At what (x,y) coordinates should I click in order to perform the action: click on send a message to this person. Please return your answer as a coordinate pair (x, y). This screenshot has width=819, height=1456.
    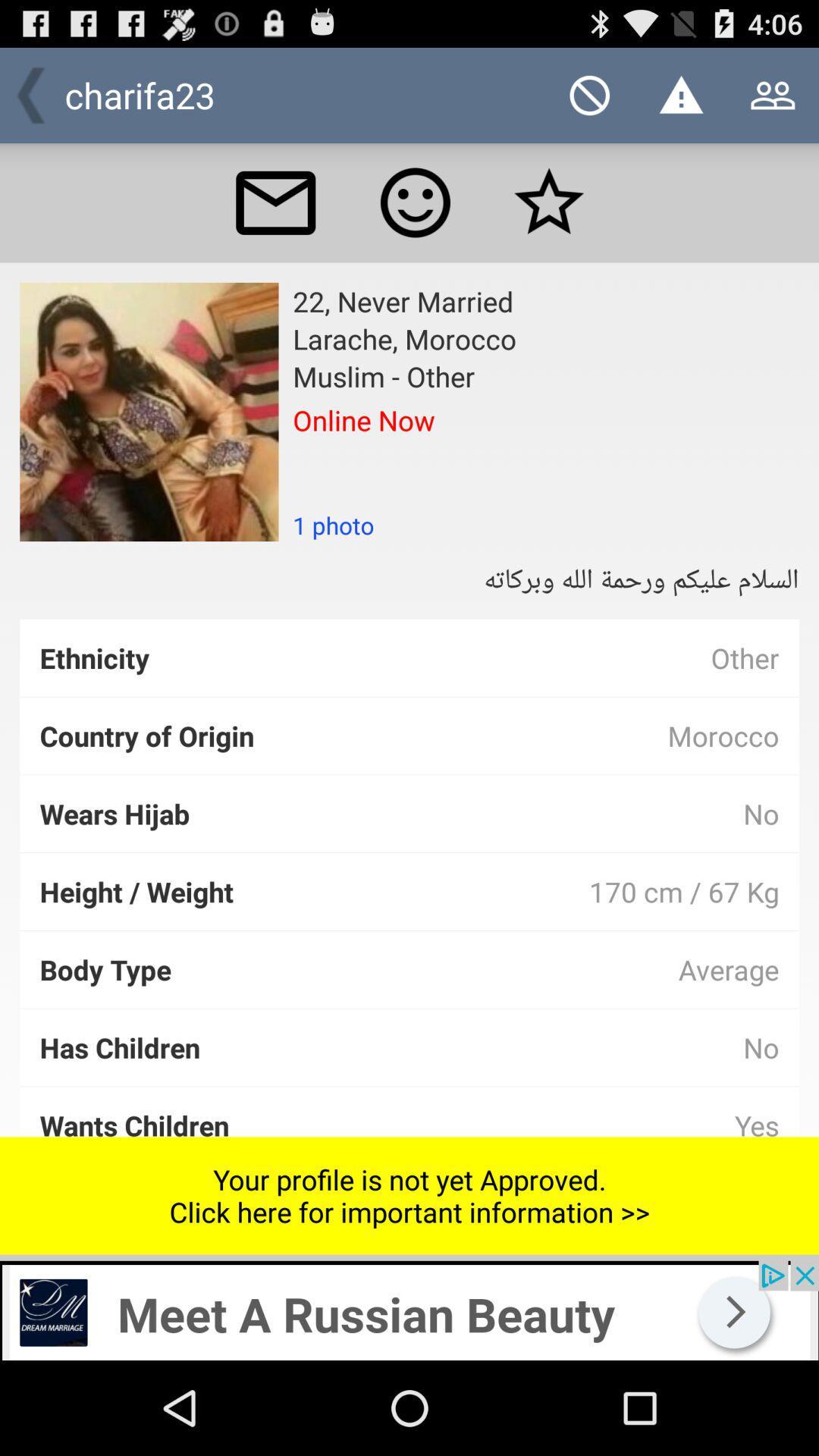
    Looking at the image, I should click on (275, 202).